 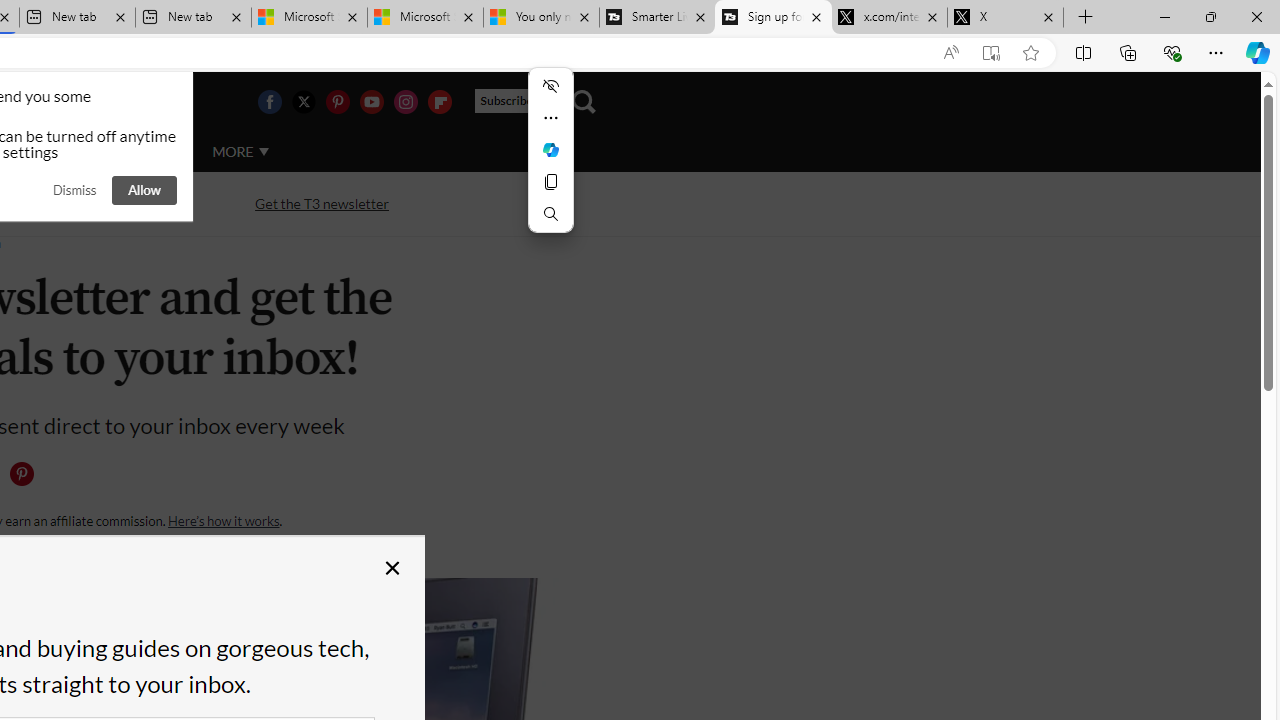 I want to click on 'Mini menu on text selection', so click(x=551, y=148).